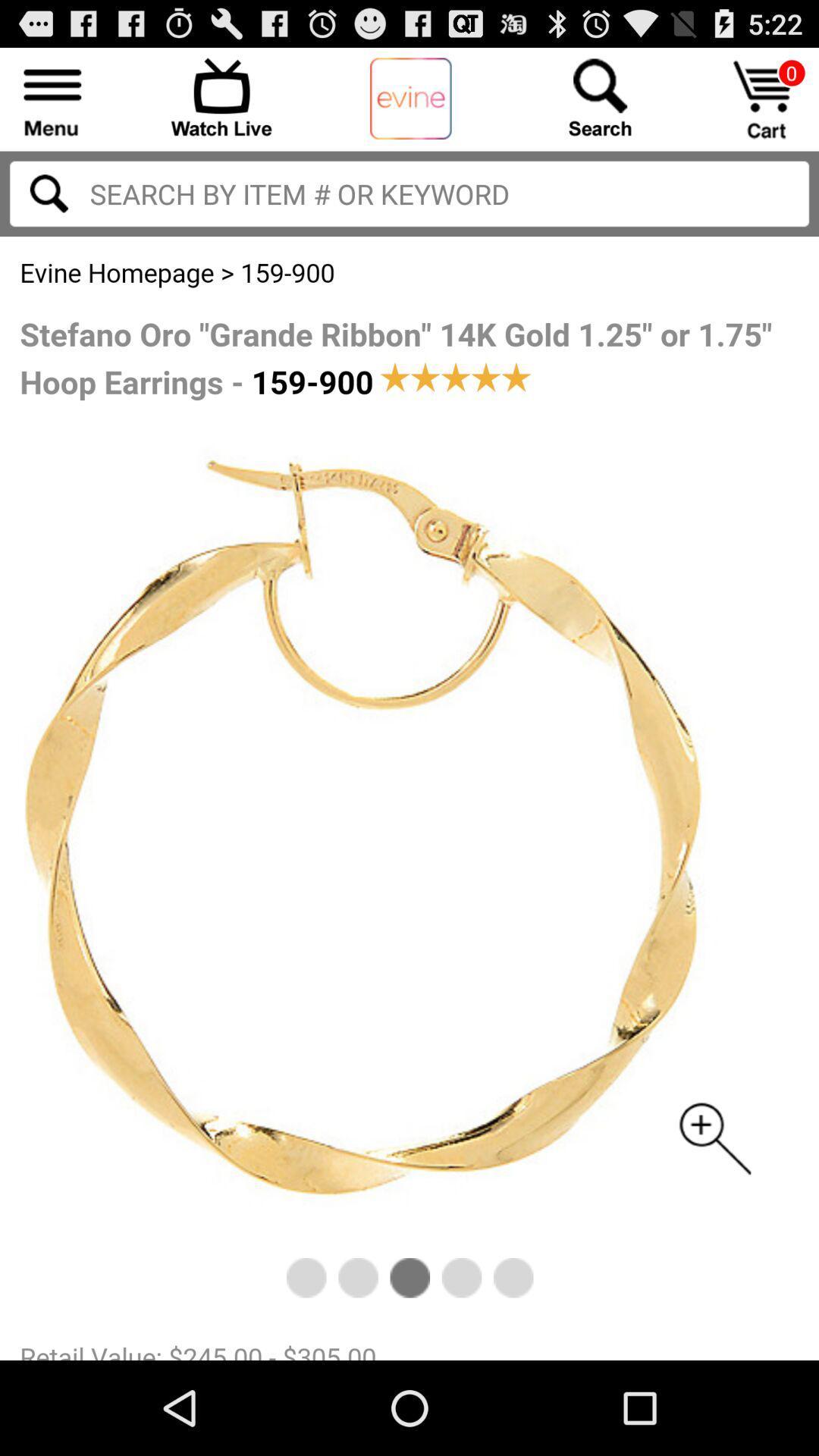  What do you see at coordinates (410, 99) in the screenshot?
I see `homepage` at bounding box center [410, 99].